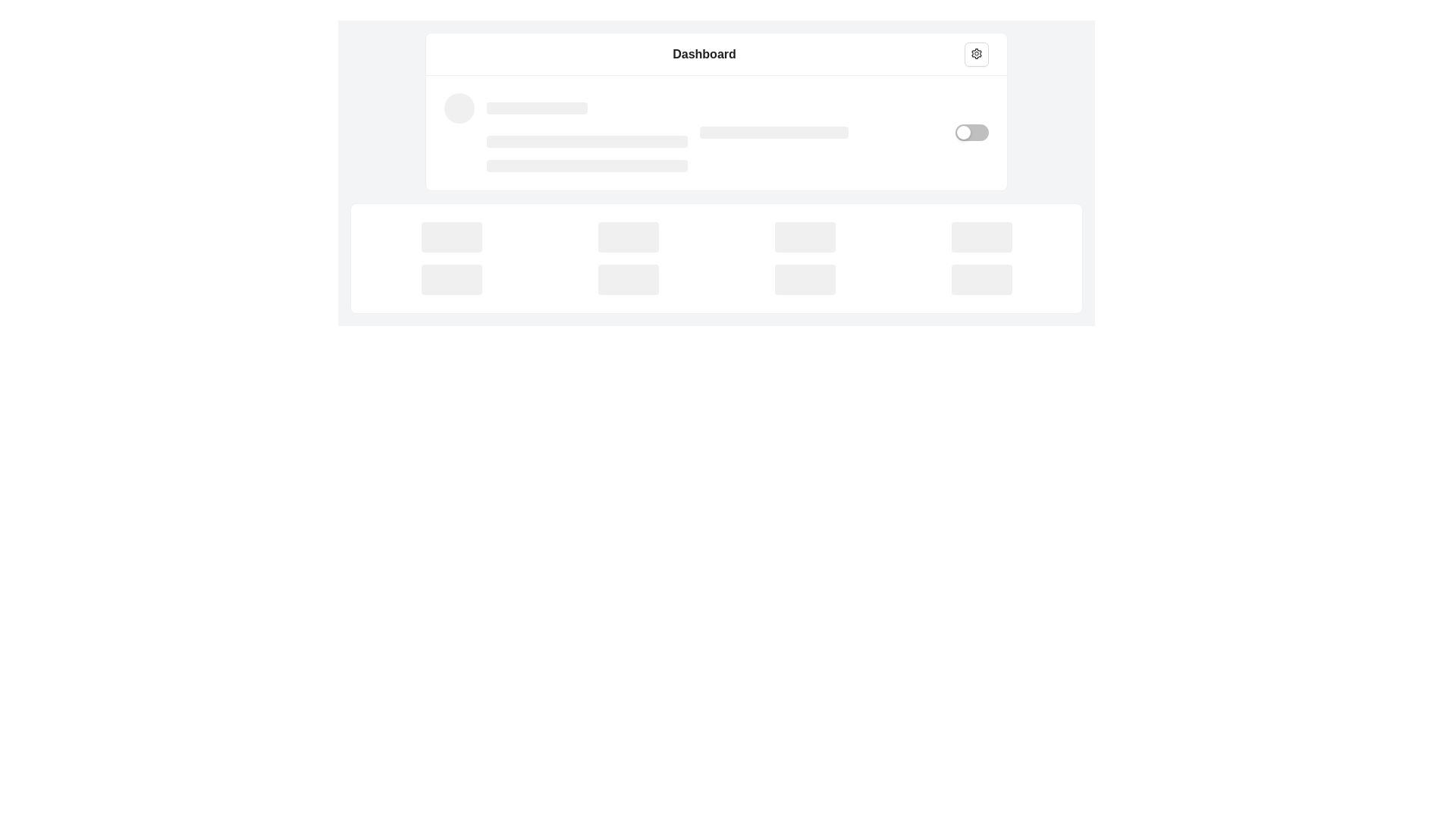  What do you see at coordinates (628, 237) in the screenshot?
I see `the Skeleton loading component styled as a placeholder button located in the first row and second column of the grid layout, which visually indicates where the actual component will be displayed during loading` at bounding box center [628, 237].